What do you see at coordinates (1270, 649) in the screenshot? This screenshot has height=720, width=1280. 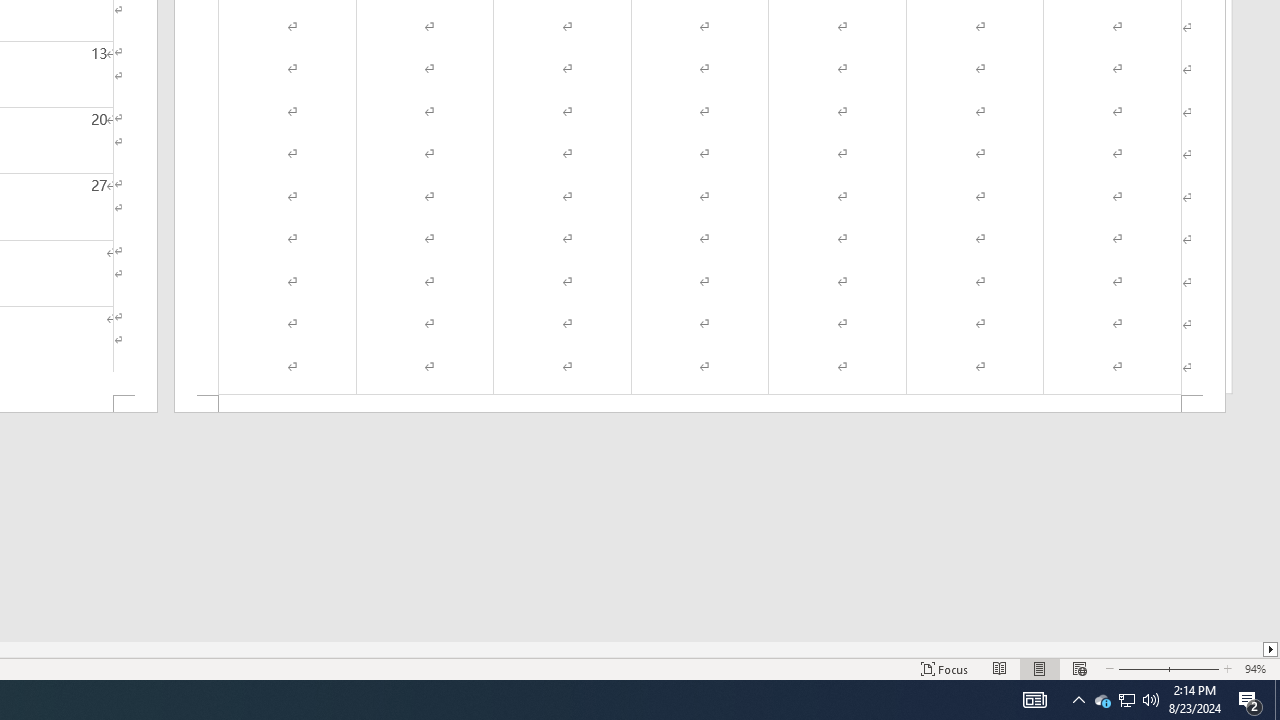 I see `'Column right'` at bounding box center [1270, 649].